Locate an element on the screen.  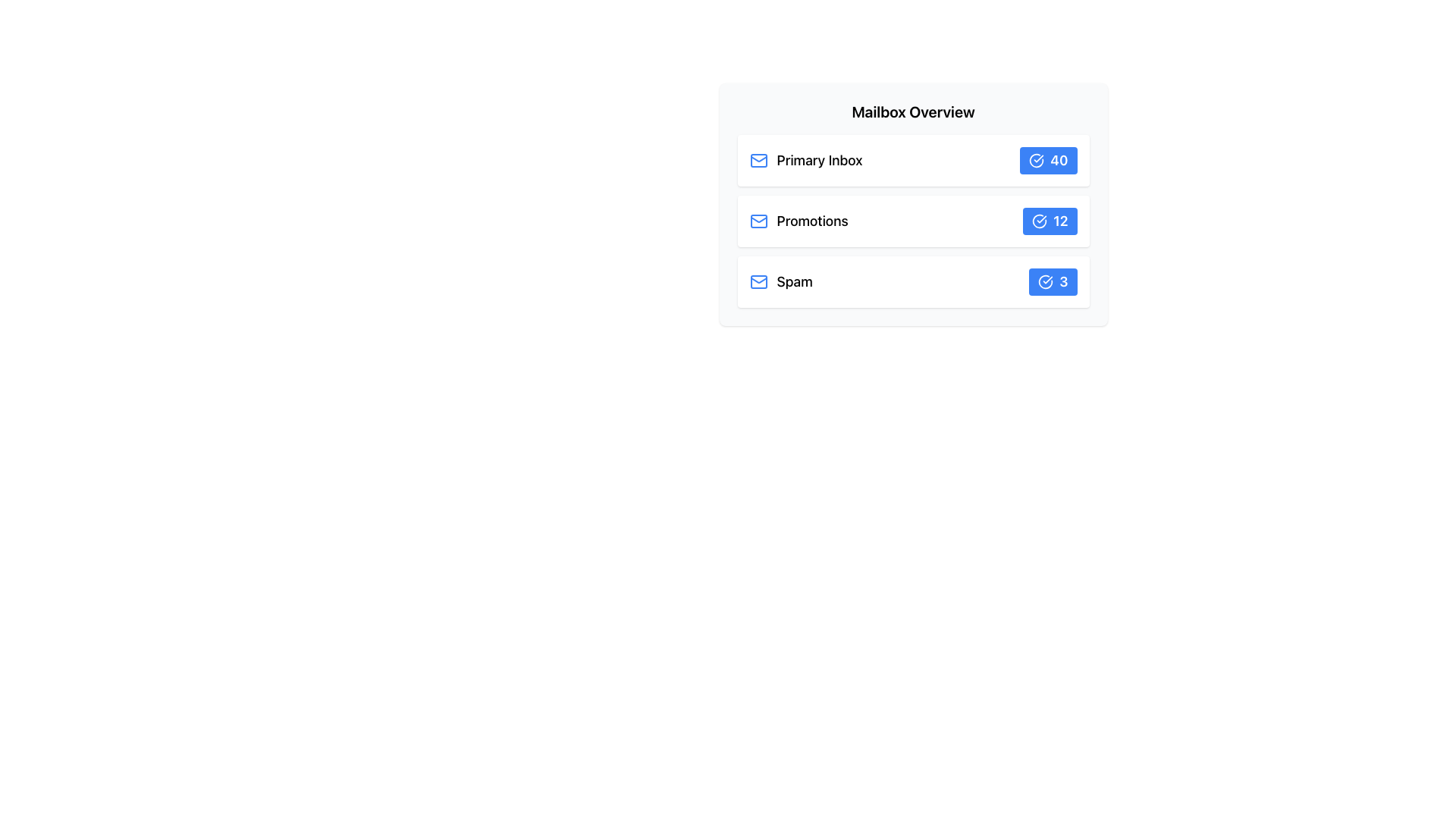
the badge styled button with a blue rounded background containing a check mark icon and the number '12', located in the second row of the card layout, aligning with the 'Promotions' label is located at coordinates (1049, 221).